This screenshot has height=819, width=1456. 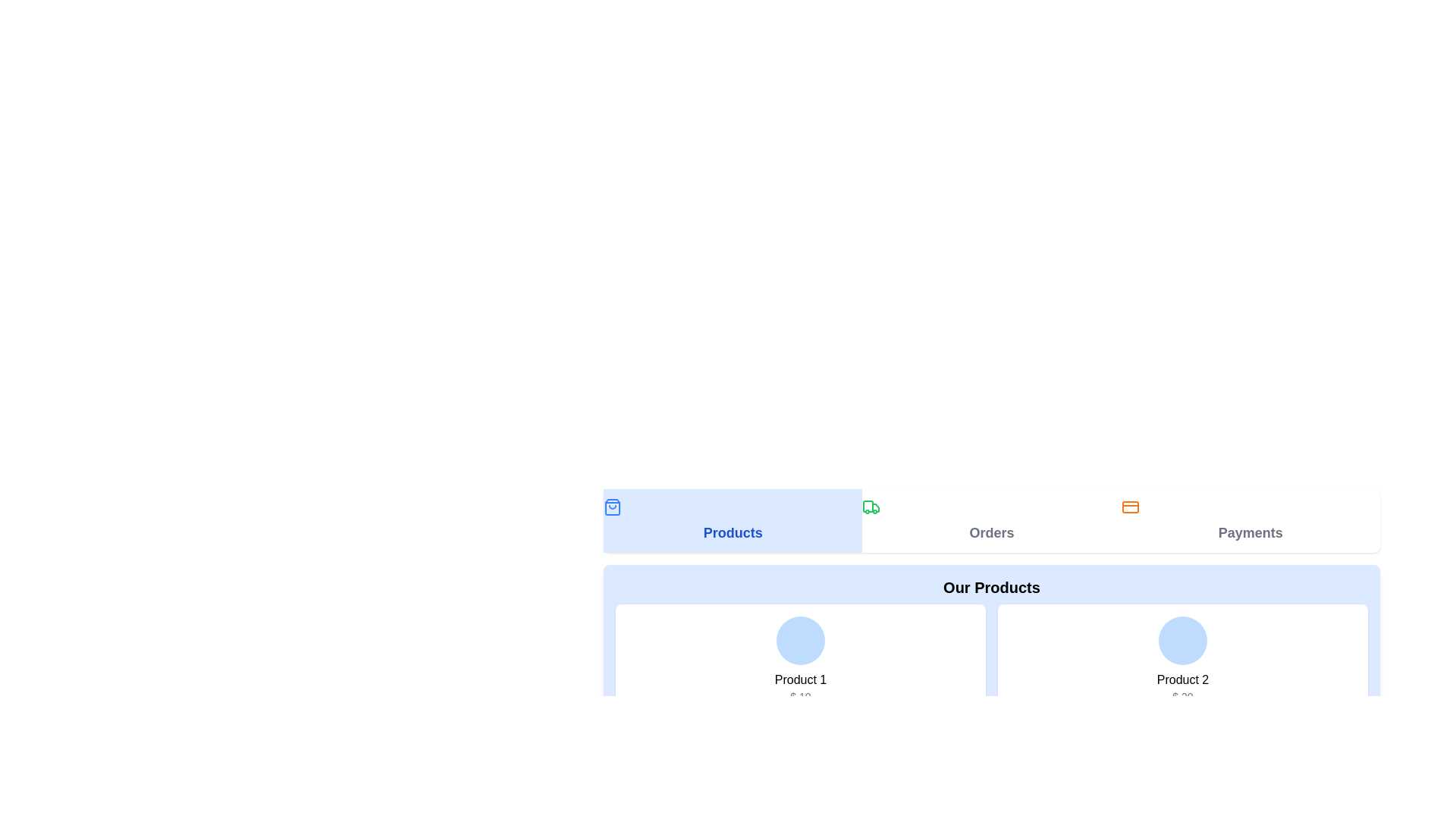 What do you see at coordinates (1130, 507) in the screenshot?
I see `the orange credit card icon located in the 'Payments' section of the navigation bar, positioned to the right of the 'Orders' section icon and above the 'Payments' label` at bounding box center [1130, 507].